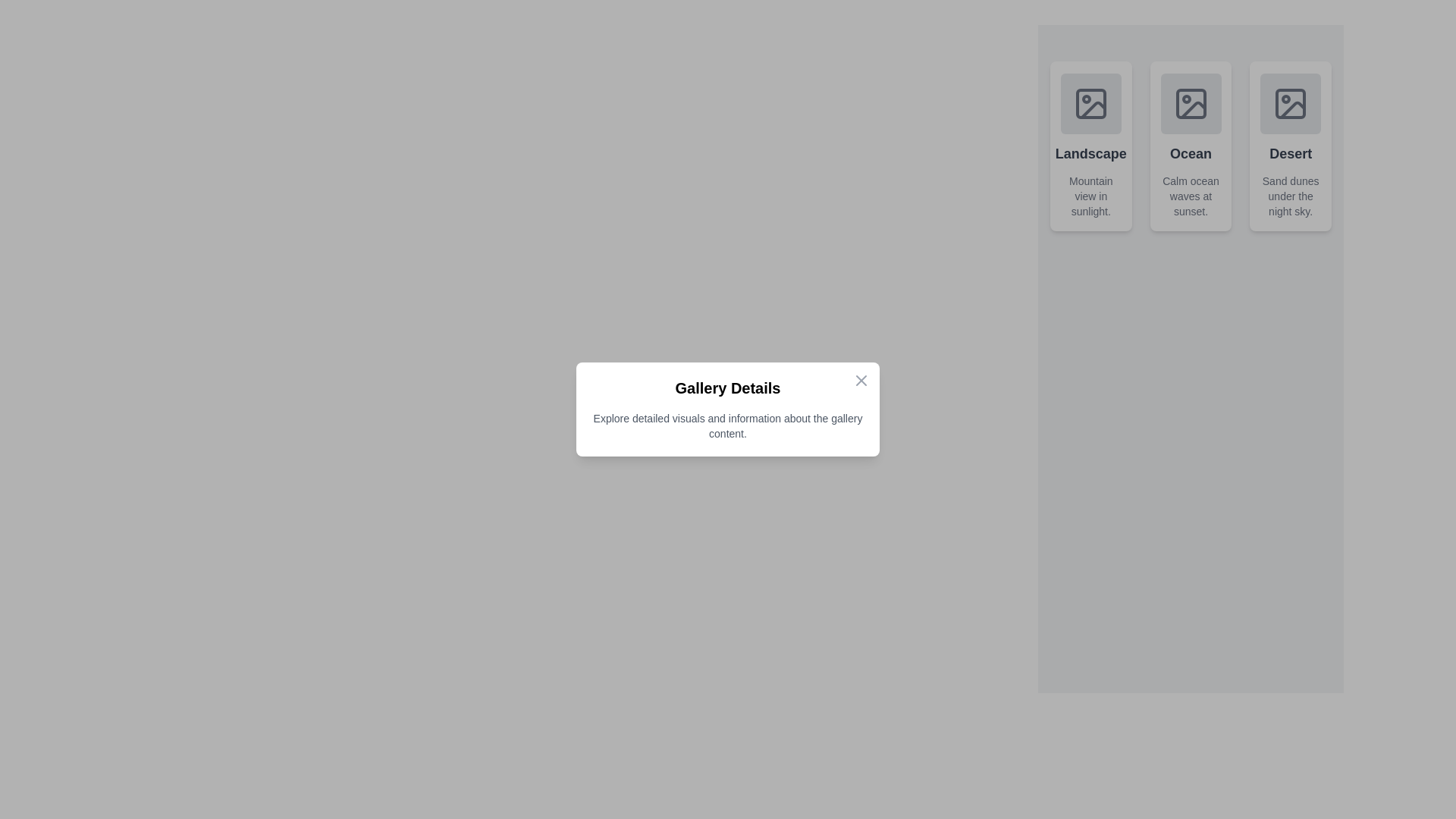  Describe the element at coordinates (1190, 154) in the screenshot. I see `text of the Text Label which serves as a title or header above the description 'Calm ocean waves at sunset'` at that location.